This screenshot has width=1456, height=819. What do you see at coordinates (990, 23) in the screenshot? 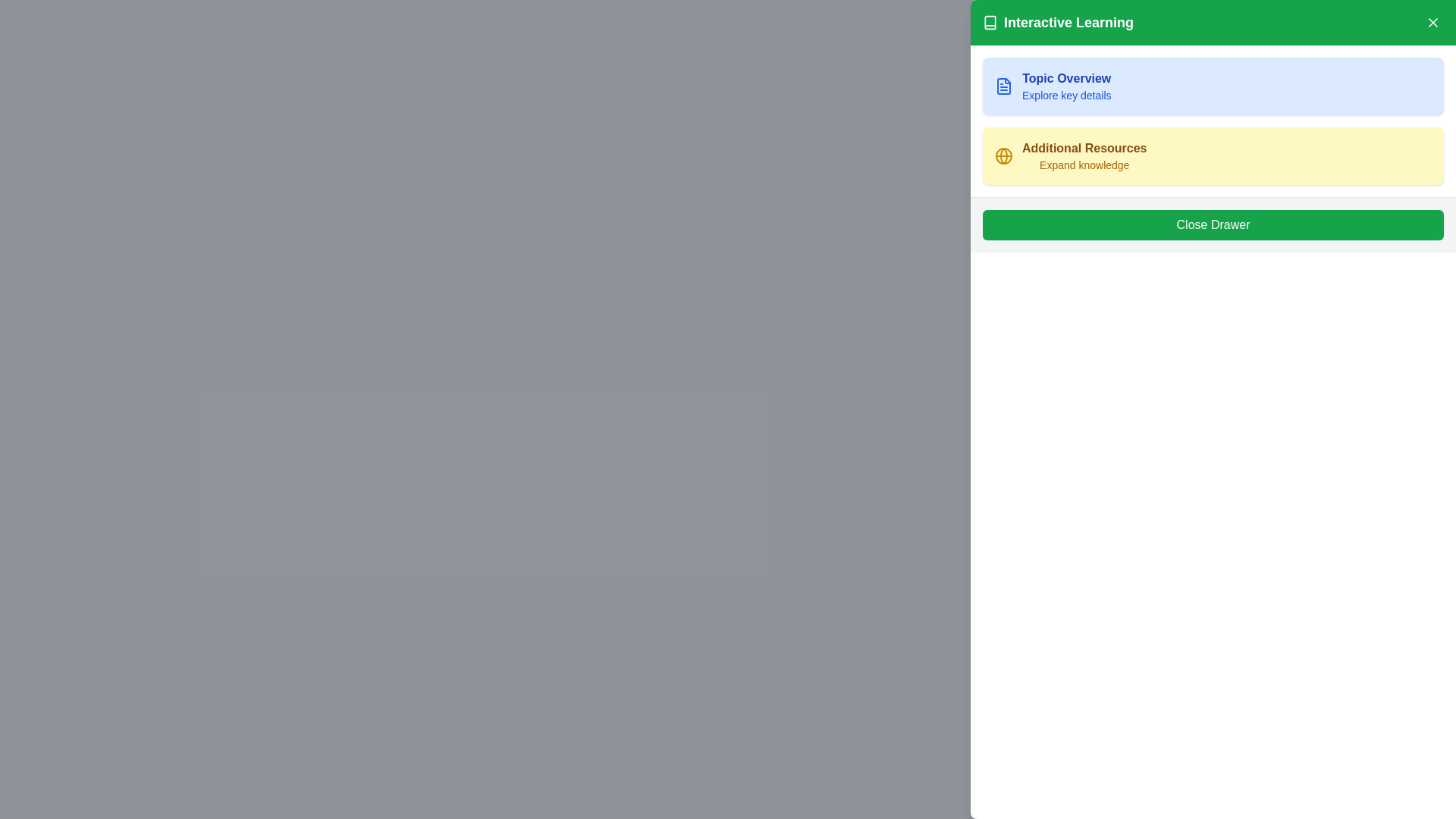
I see `the small monochrome book icon located to the left of the 'Interactive Learning' text in the top-left corner of the green header section` at bounding box center [990, 23].